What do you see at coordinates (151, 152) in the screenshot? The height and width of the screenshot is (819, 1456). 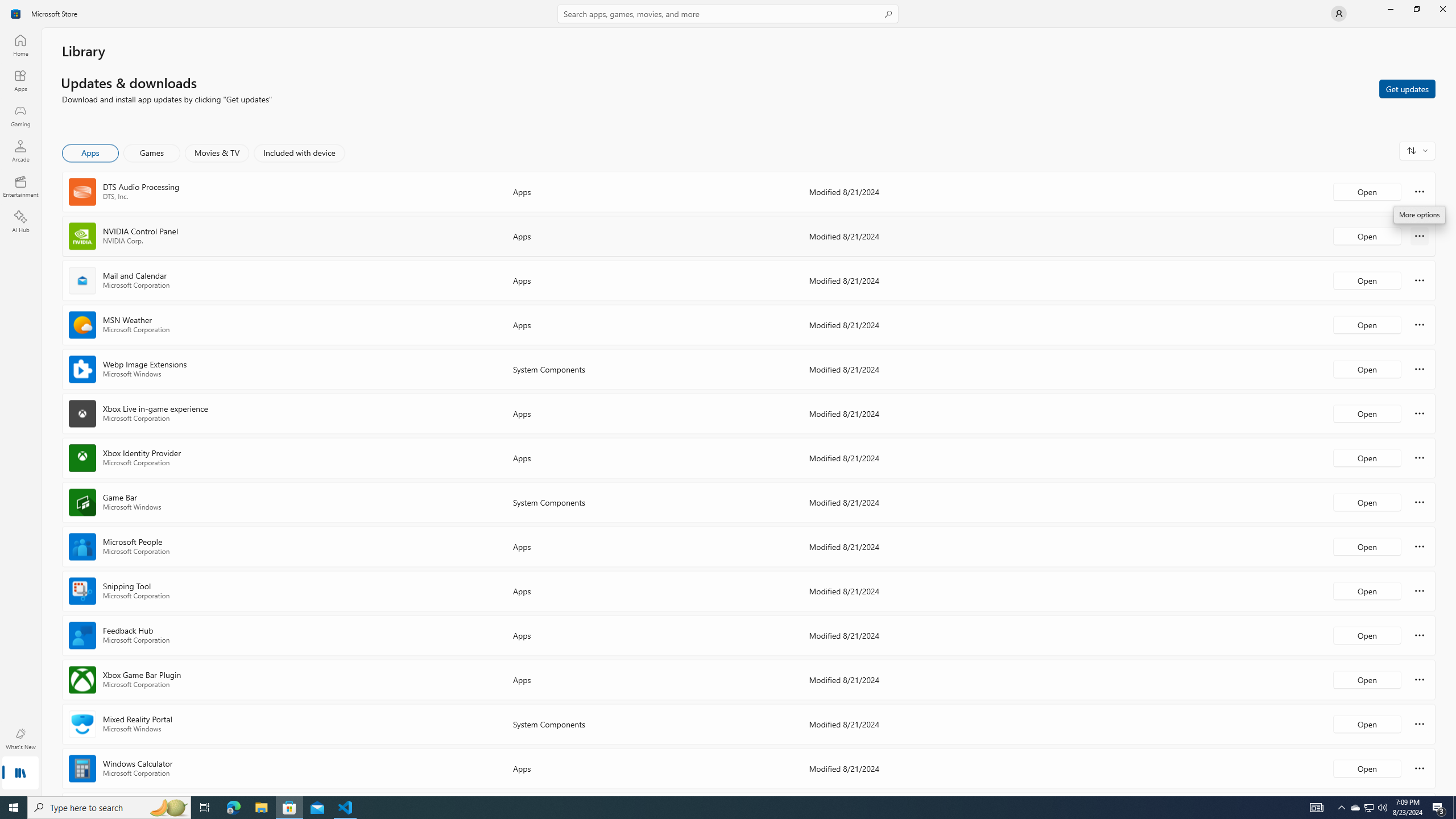 I see `'Games'` at bounding box center [151, 152].